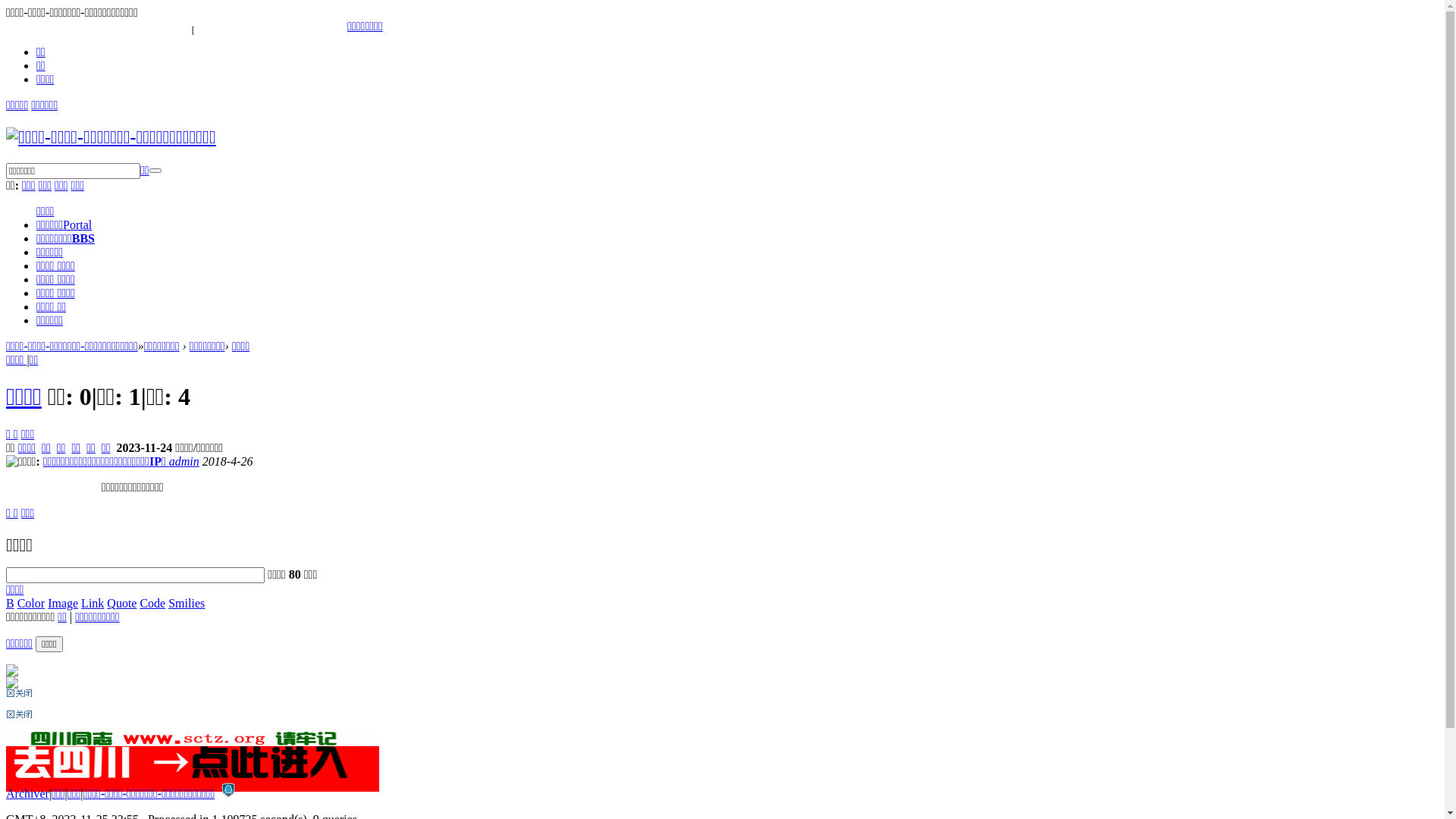 The image size is (1456, 819). What do you see at coordinates (155, 170) in the screenshot?
I see `'true'` at bounding box center [155, 170].